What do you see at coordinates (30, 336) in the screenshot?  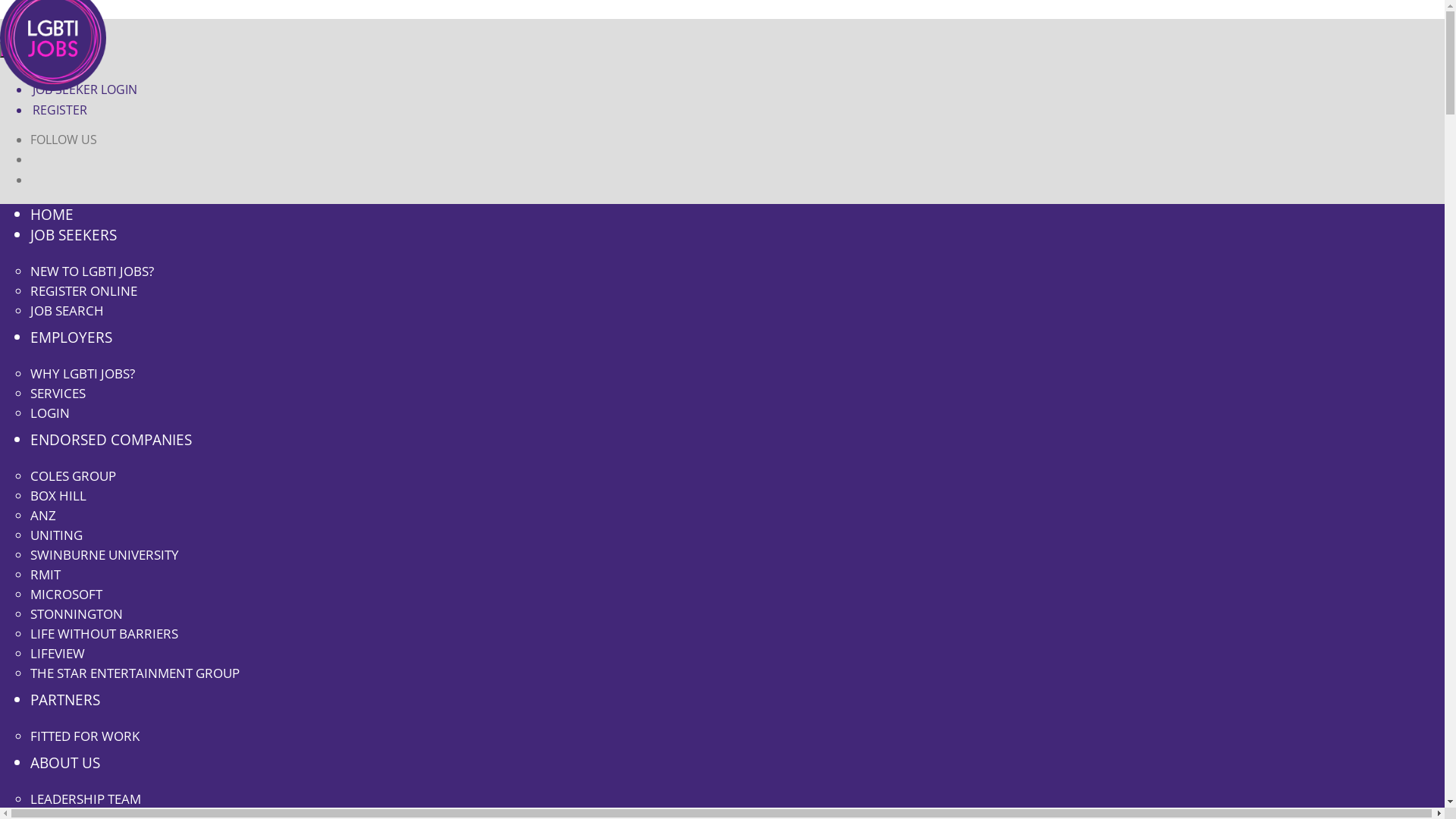 I see `'EMPLOYERS'` at bounding box center [30, 336].